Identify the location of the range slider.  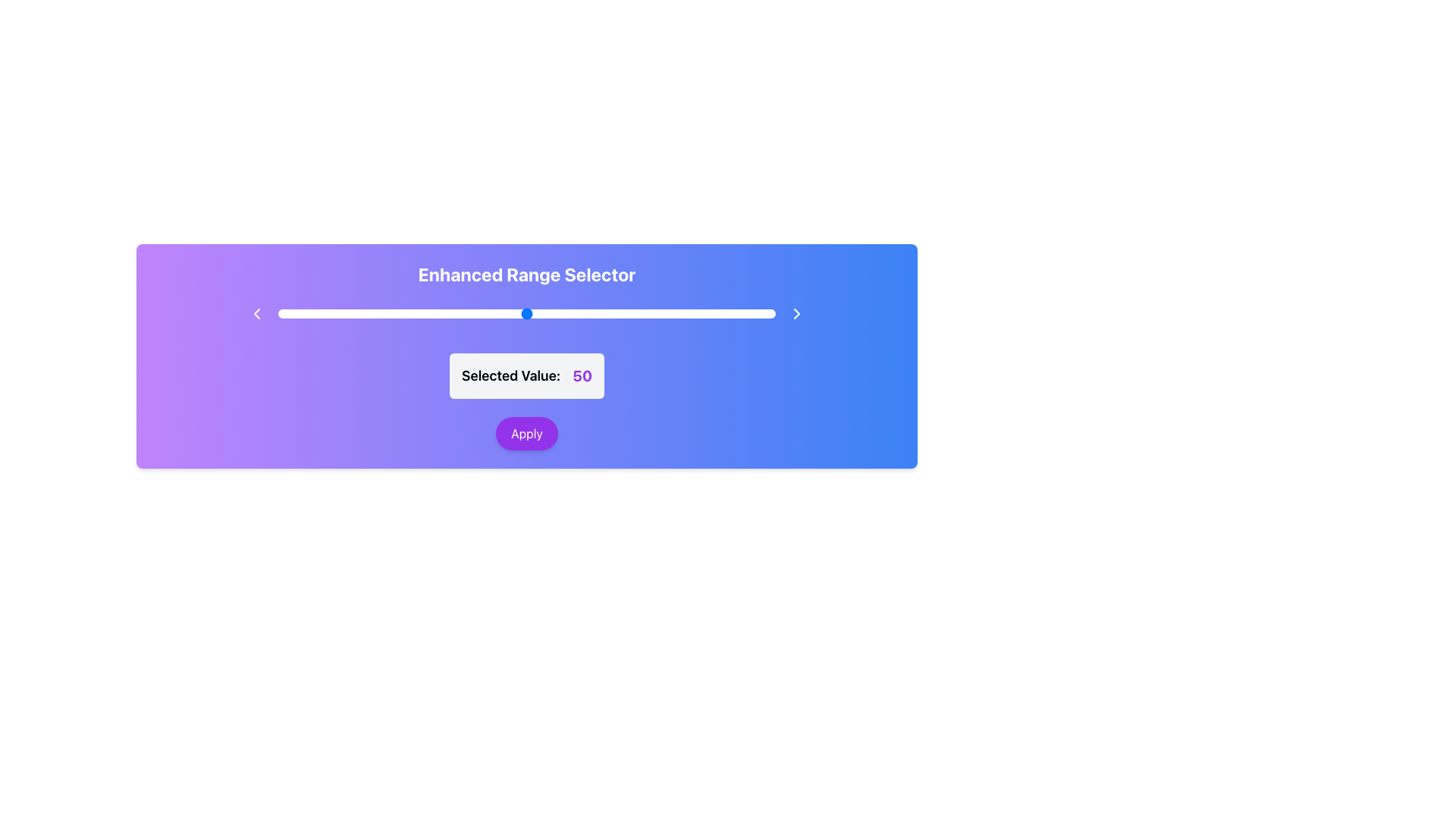
(661, 312).